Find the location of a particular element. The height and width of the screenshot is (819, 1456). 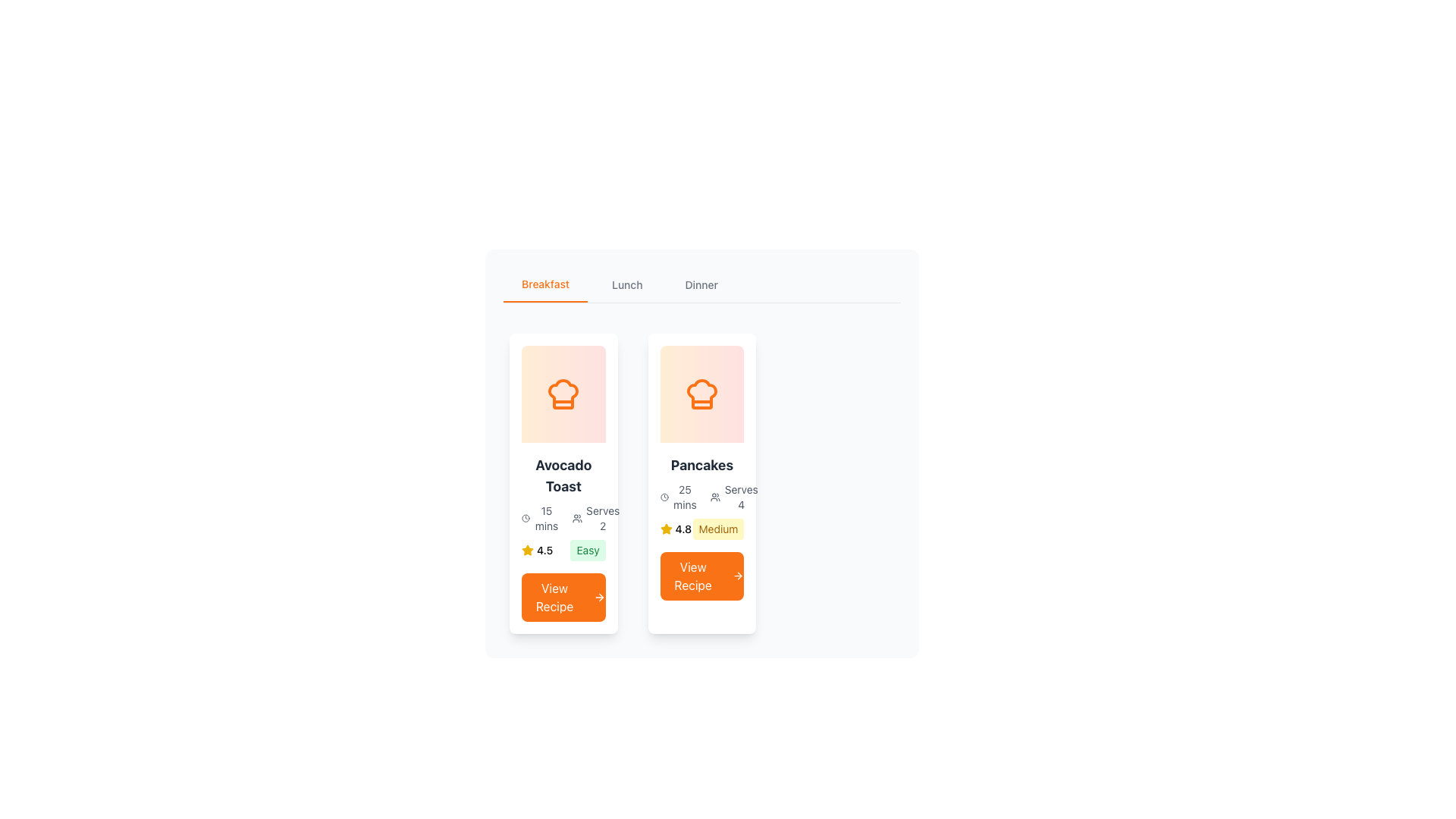

the rating display and difficulty information for the 'Avocado Toast' card, which includes a gold star icon, the text '4.5' in bold, and the label 'Easy' with a green background is located at coordinates (563, 550).